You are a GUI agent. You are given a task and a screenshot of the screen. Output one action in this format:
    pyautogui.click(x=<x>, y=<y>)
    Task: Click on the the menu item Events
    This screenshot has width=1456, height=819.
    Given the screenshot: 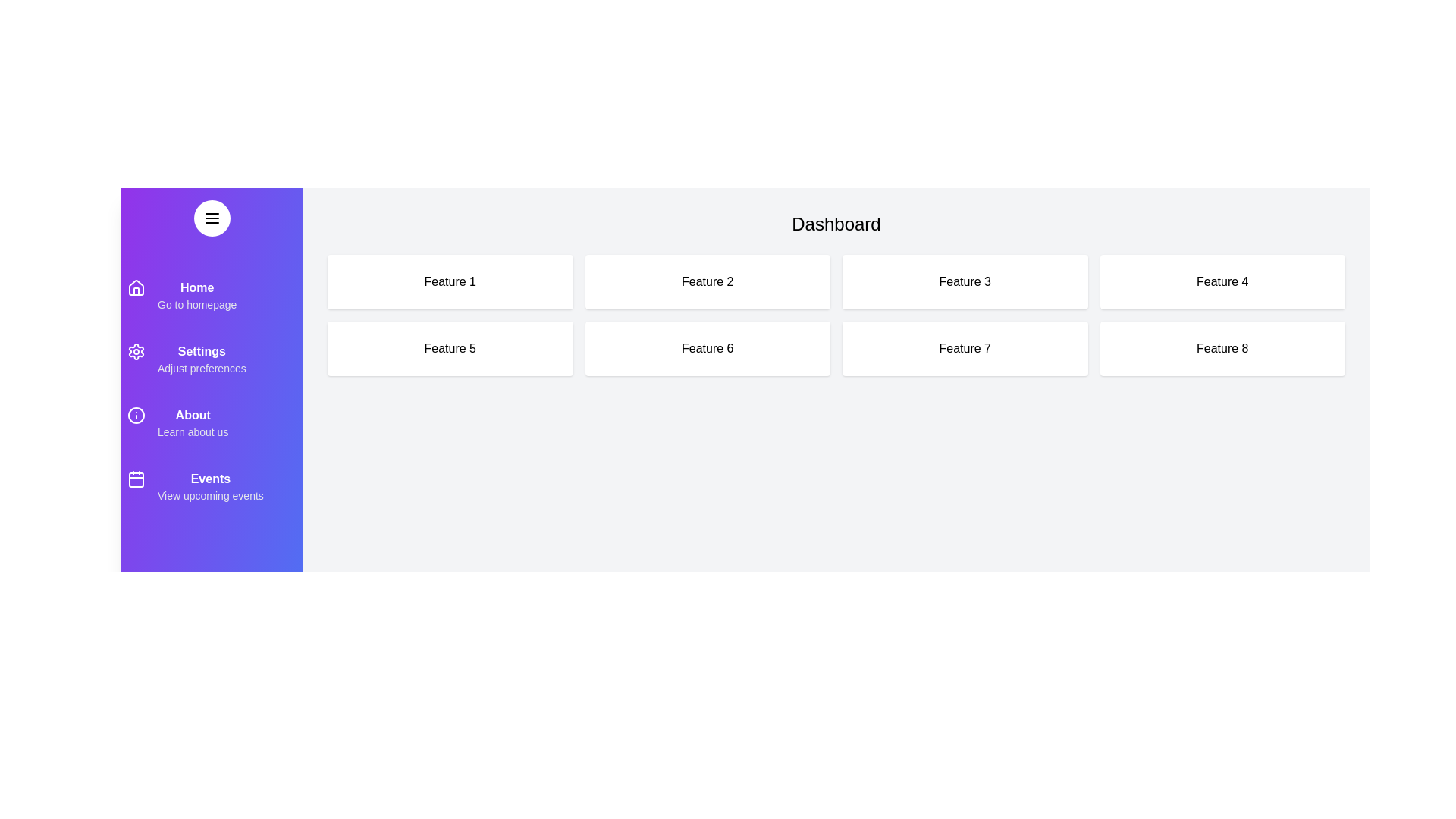 What is the action you would take?
    pyautogui.click(x=211, y=486)
    